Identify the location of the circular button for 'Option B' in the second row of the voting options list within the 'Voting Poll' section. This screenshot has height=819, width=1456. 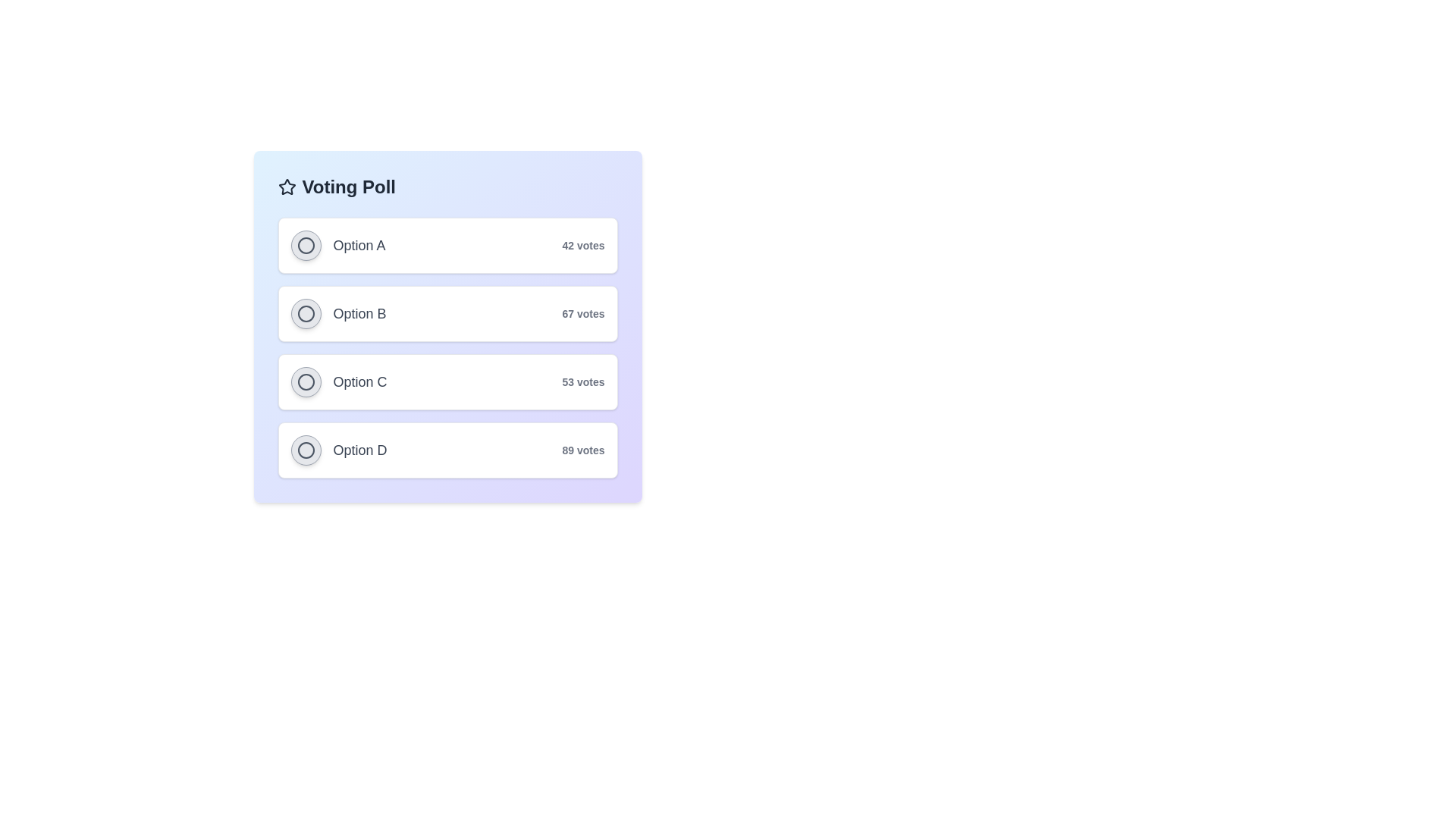
(337, 312).